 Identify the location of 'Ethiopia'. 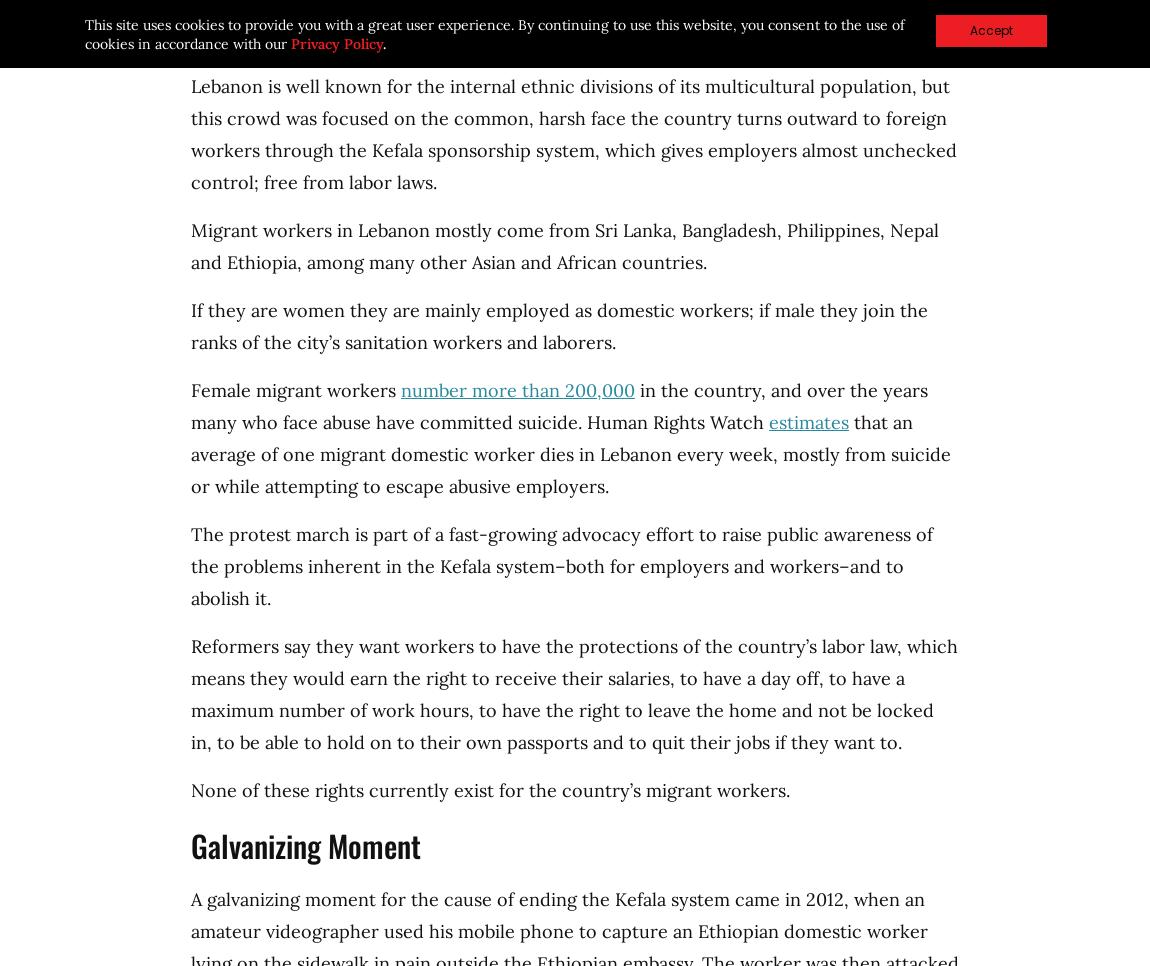
(226, 262).